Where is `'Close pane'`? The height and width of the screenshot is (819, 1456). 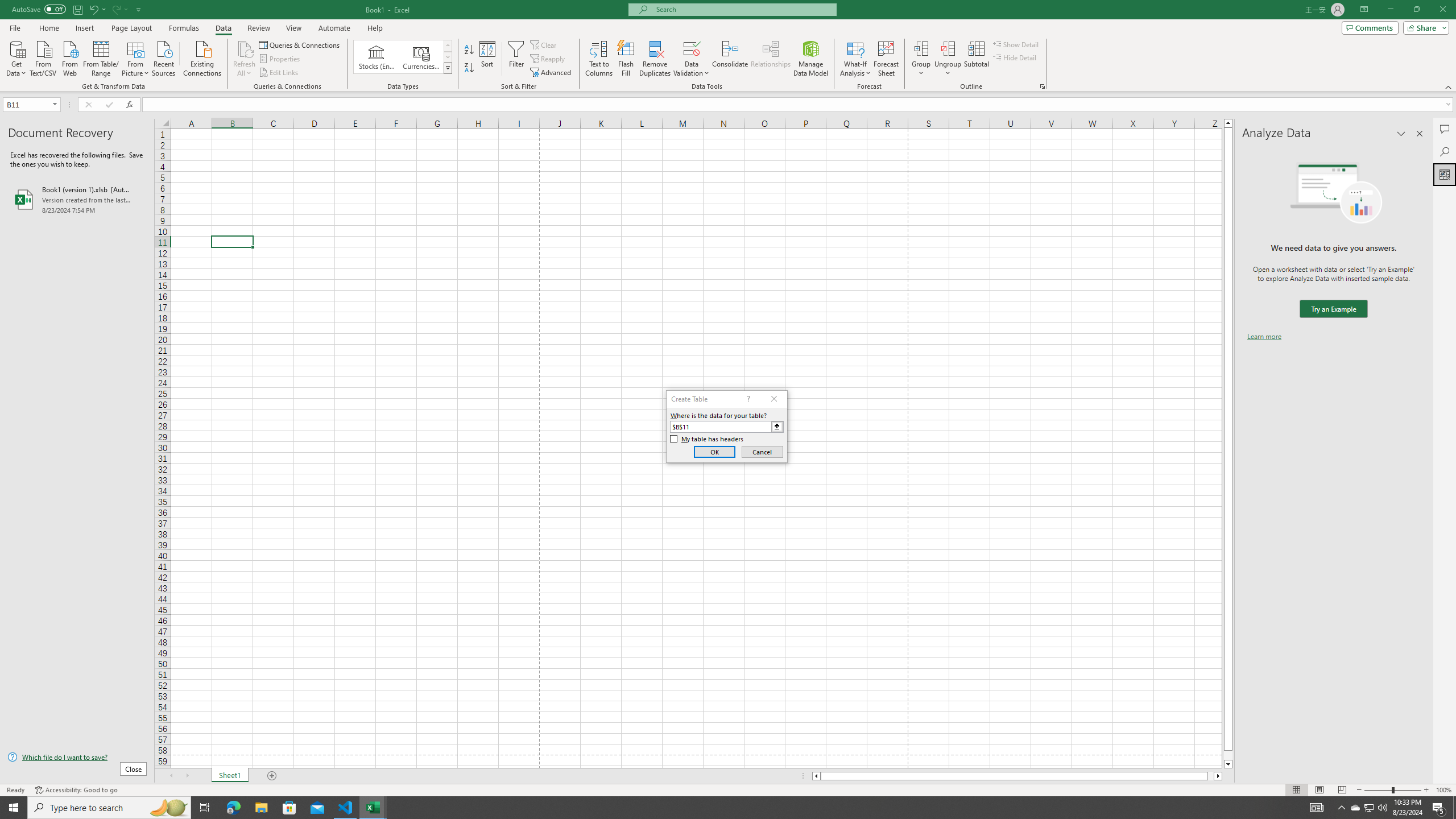
'Close pane' is located at coordinates (1419, 133).